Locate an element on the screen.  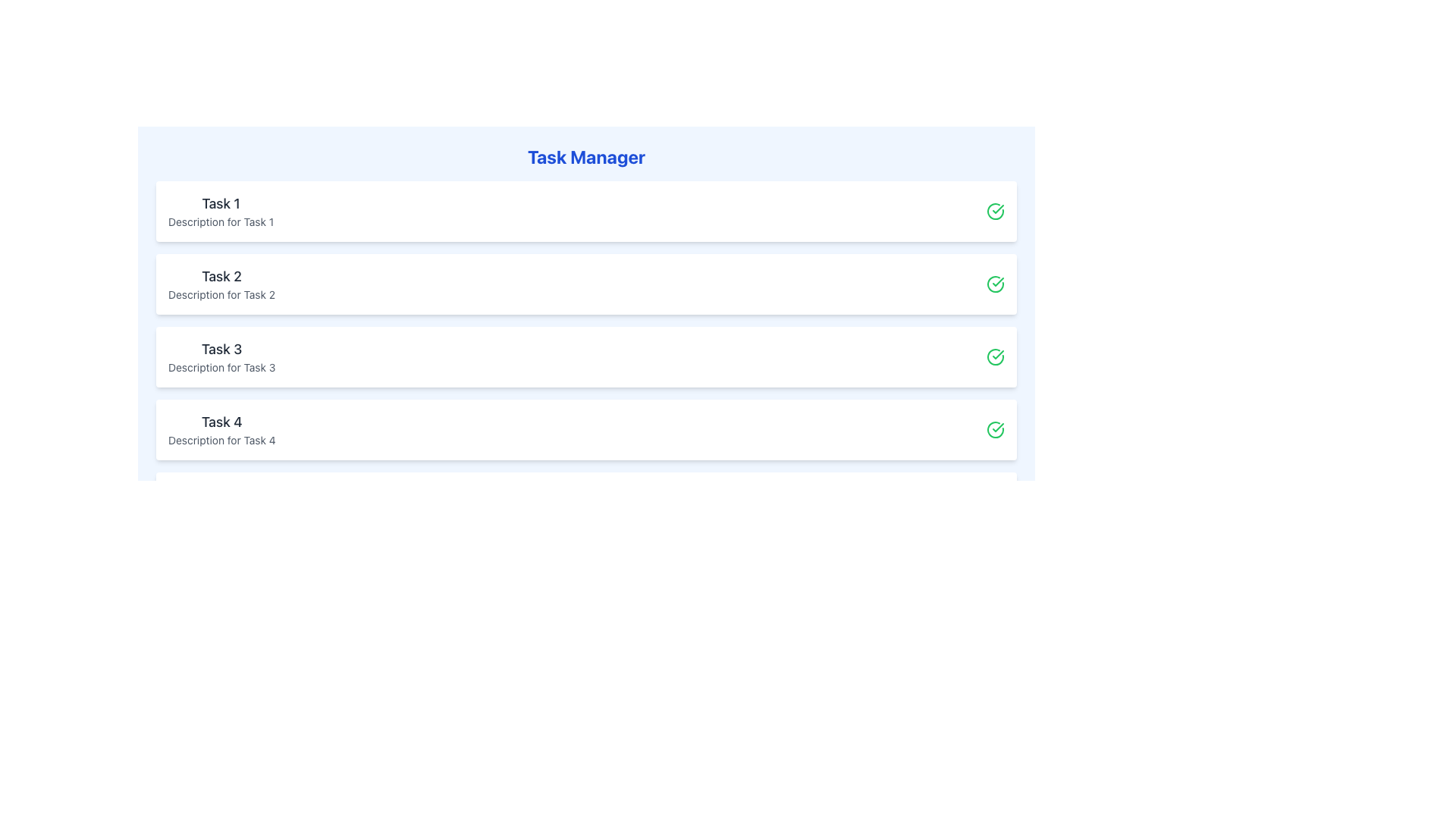
the informational Text Label located beneath 'Task 2' in the task list is located at coordinates (221, 295).